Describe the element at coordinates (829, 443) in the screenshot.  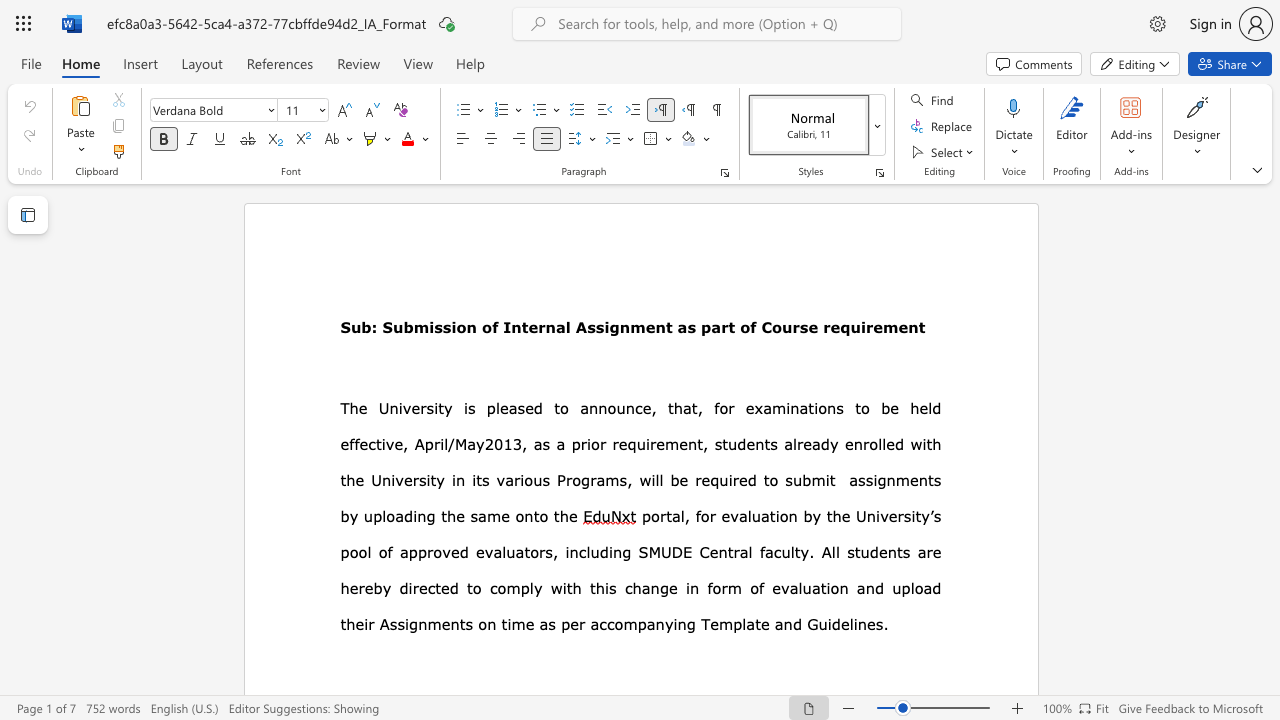
I see `the subset text "y enrolled with the University in its various Pr" within the text "already enrolled with the University in its various Programs,"` at that location.